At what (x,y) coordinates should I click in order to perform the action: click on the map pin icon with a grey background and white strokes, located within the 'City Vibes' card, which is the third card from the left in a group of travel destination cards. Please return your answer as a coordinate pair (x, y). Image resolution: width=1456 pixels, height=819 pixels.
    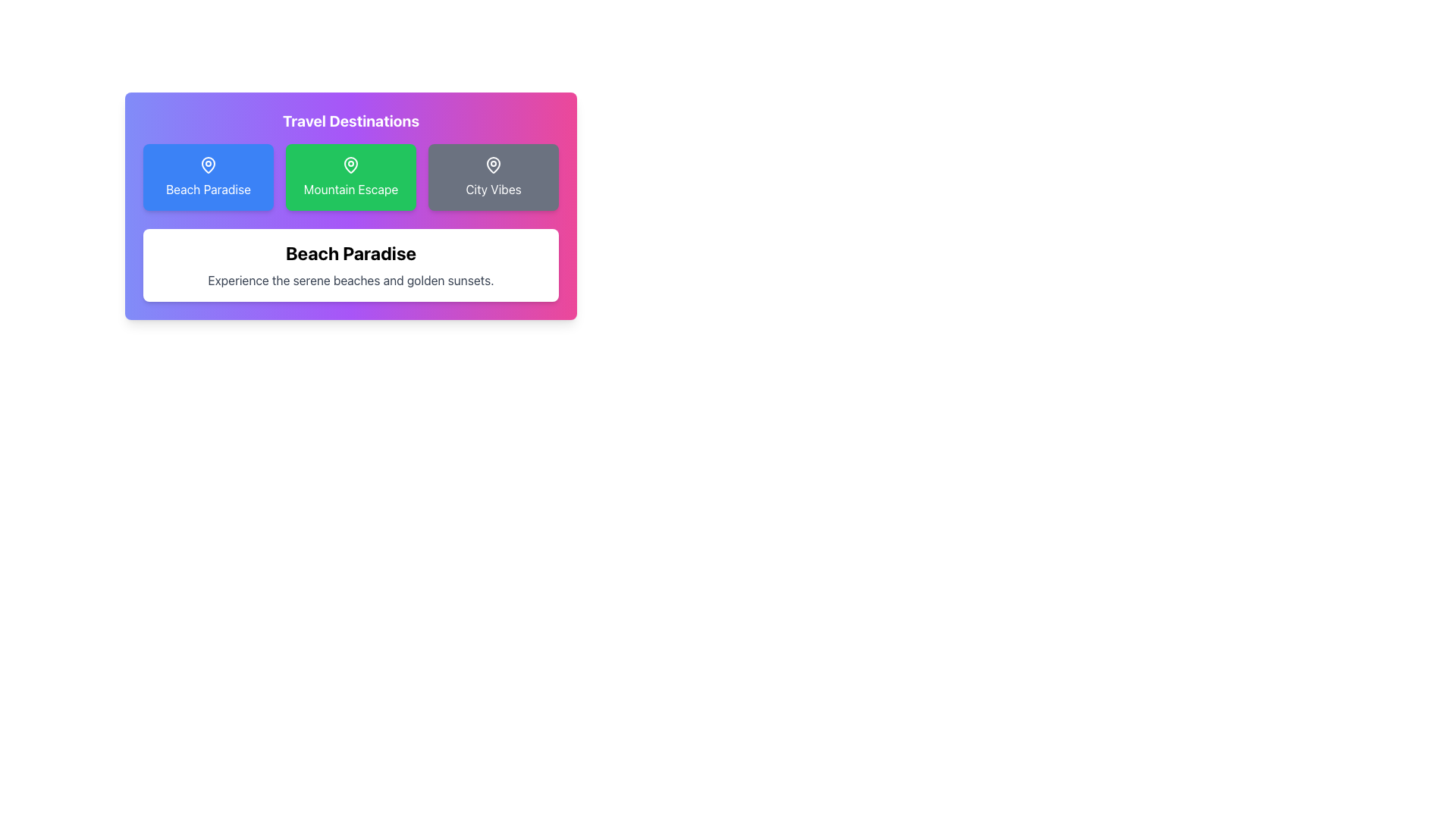
    Looking at the image, I should click on (494, 165).